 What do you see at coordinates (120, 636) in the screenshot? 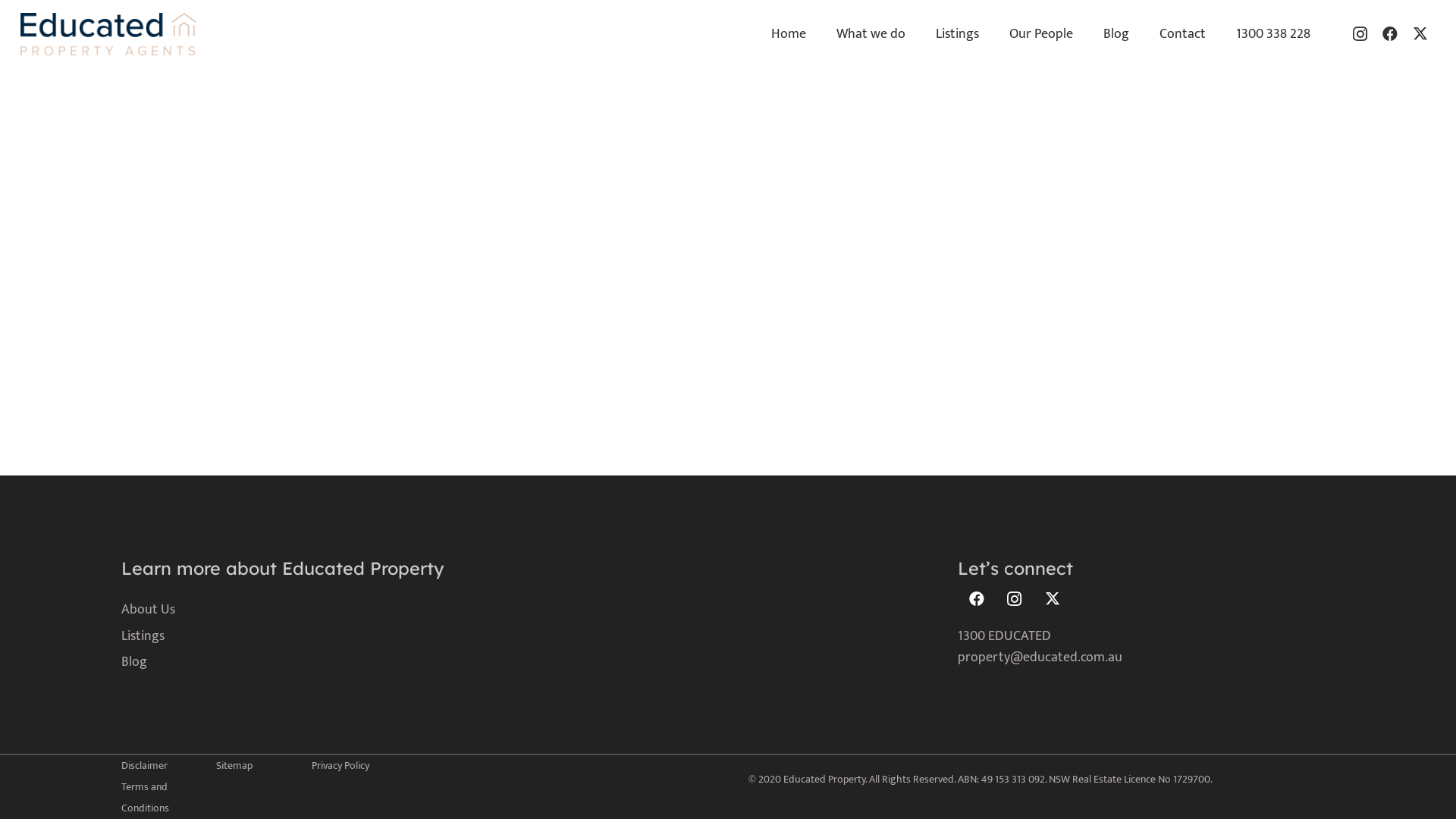
I see `'Listings'` at bounding box center [120, 636].